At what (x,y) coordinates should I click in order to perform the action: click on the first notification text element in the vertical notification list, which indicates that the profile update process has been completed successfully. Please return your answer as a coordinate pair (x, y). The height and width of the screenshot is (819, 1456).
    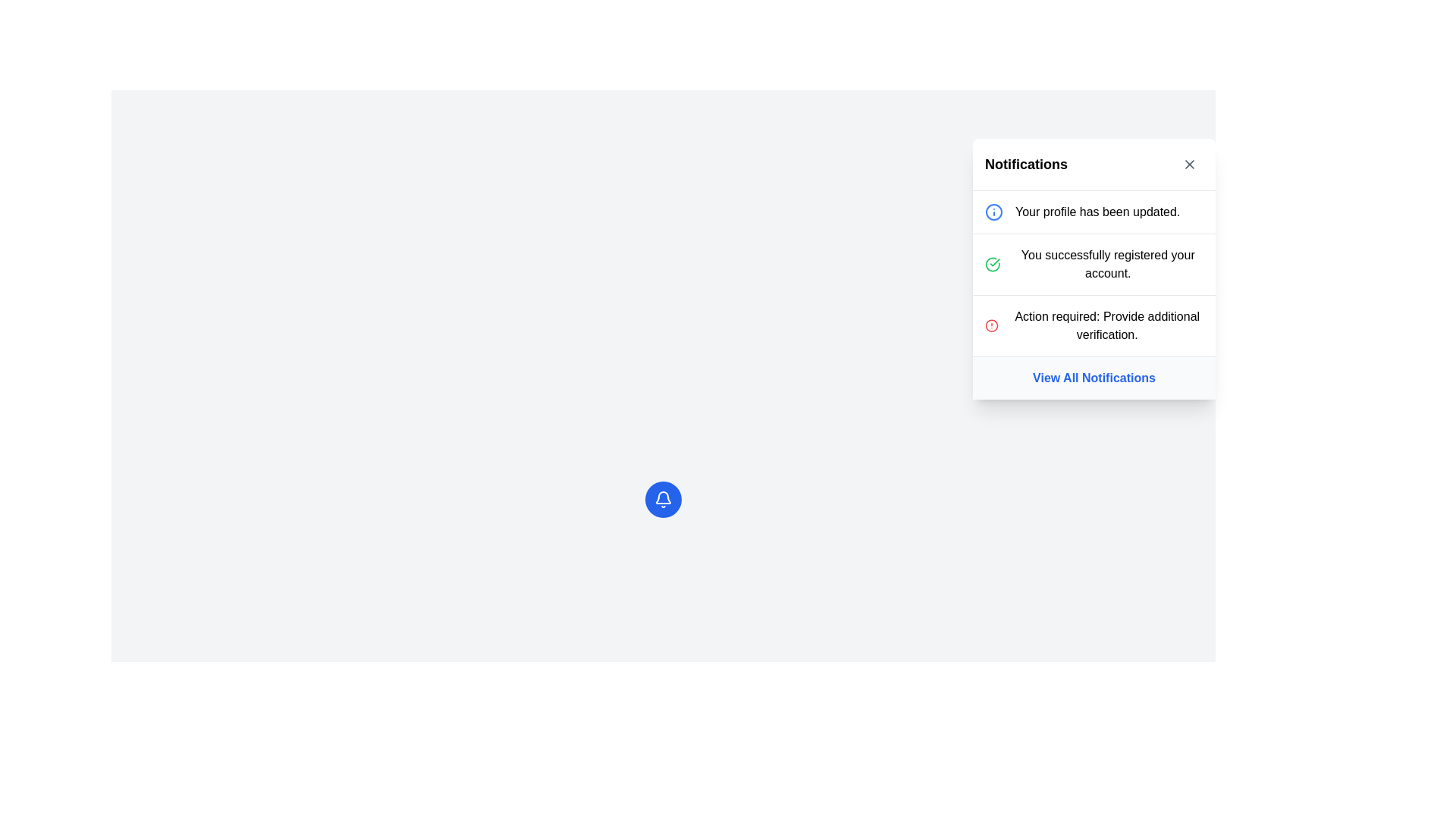
    Looking at the image, I should click on (1097, 212).